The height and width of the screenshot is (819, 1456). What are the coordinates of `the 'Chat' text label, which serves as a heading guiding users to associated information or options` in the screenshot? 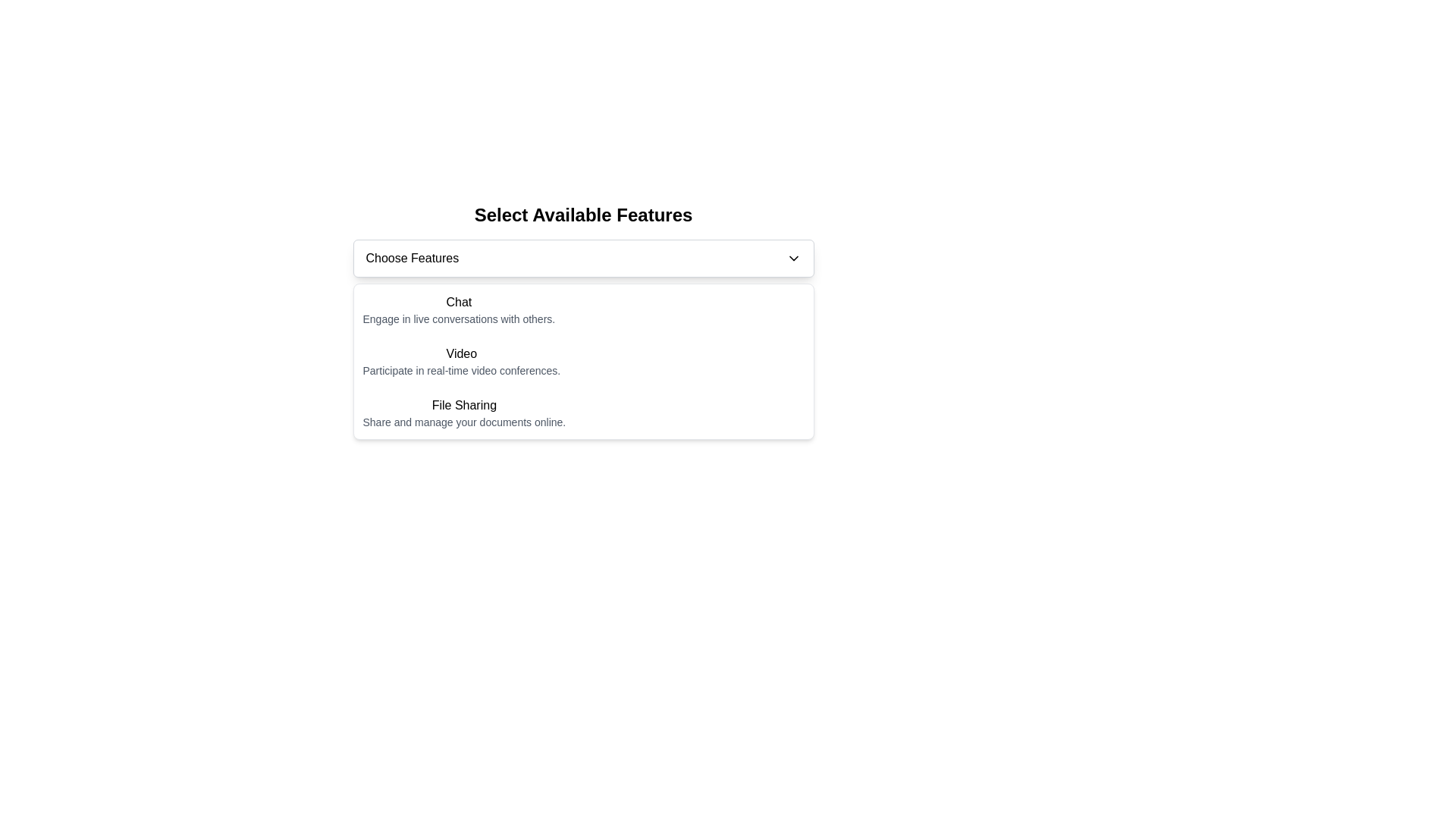 It's located at (458, 302).